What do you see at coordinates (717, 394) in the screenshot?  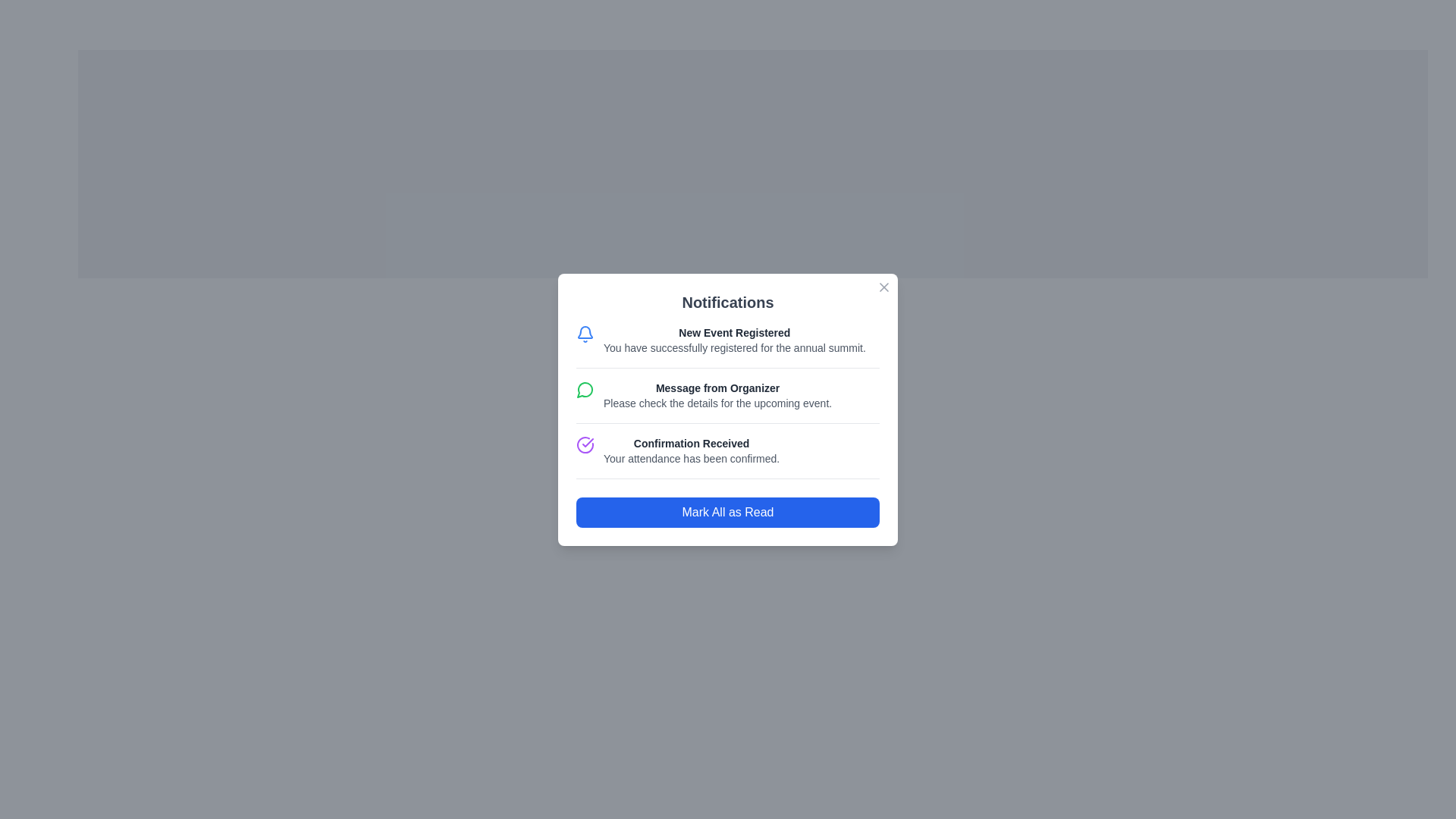 I see `the text block conveying the message from the organizer located in the notifications popup window, specifically positioned between 'New Event Registered' and 'Confirmation Received'` at bounding box center [717, 394].